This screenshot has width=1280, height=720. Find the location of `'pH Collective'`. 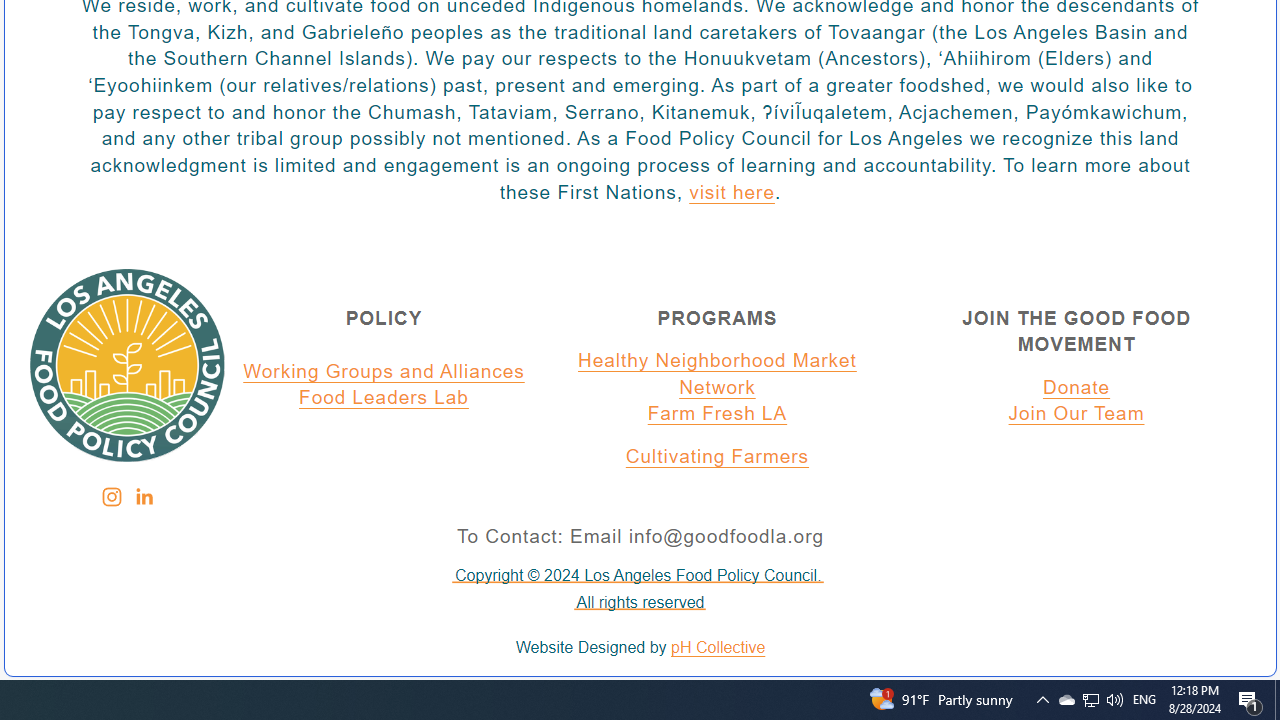

'pH Collective' is located at coordinates (718, 648).